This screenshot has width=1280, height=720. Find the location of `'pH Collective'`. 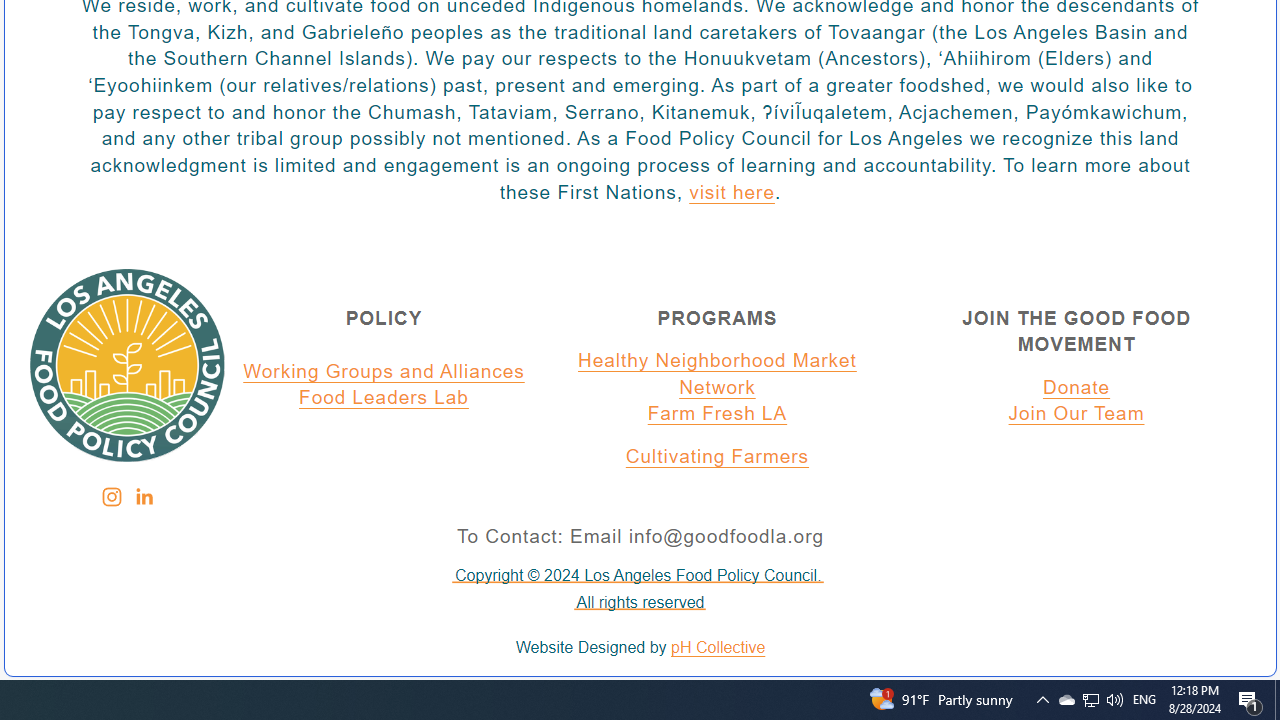

'pH Collective' is located at coordinates (718, 648).